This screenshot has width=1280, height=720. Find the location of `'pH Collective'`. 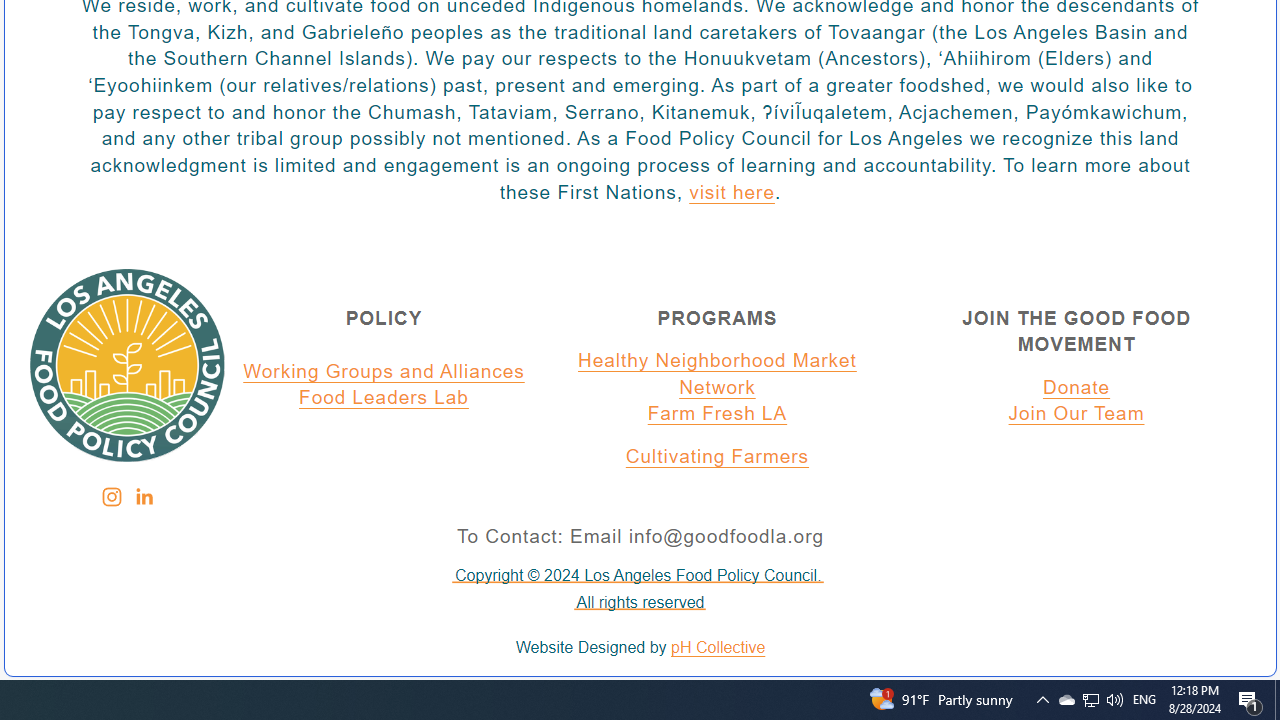

'pH Collective' is located at coordinates (718, 648).